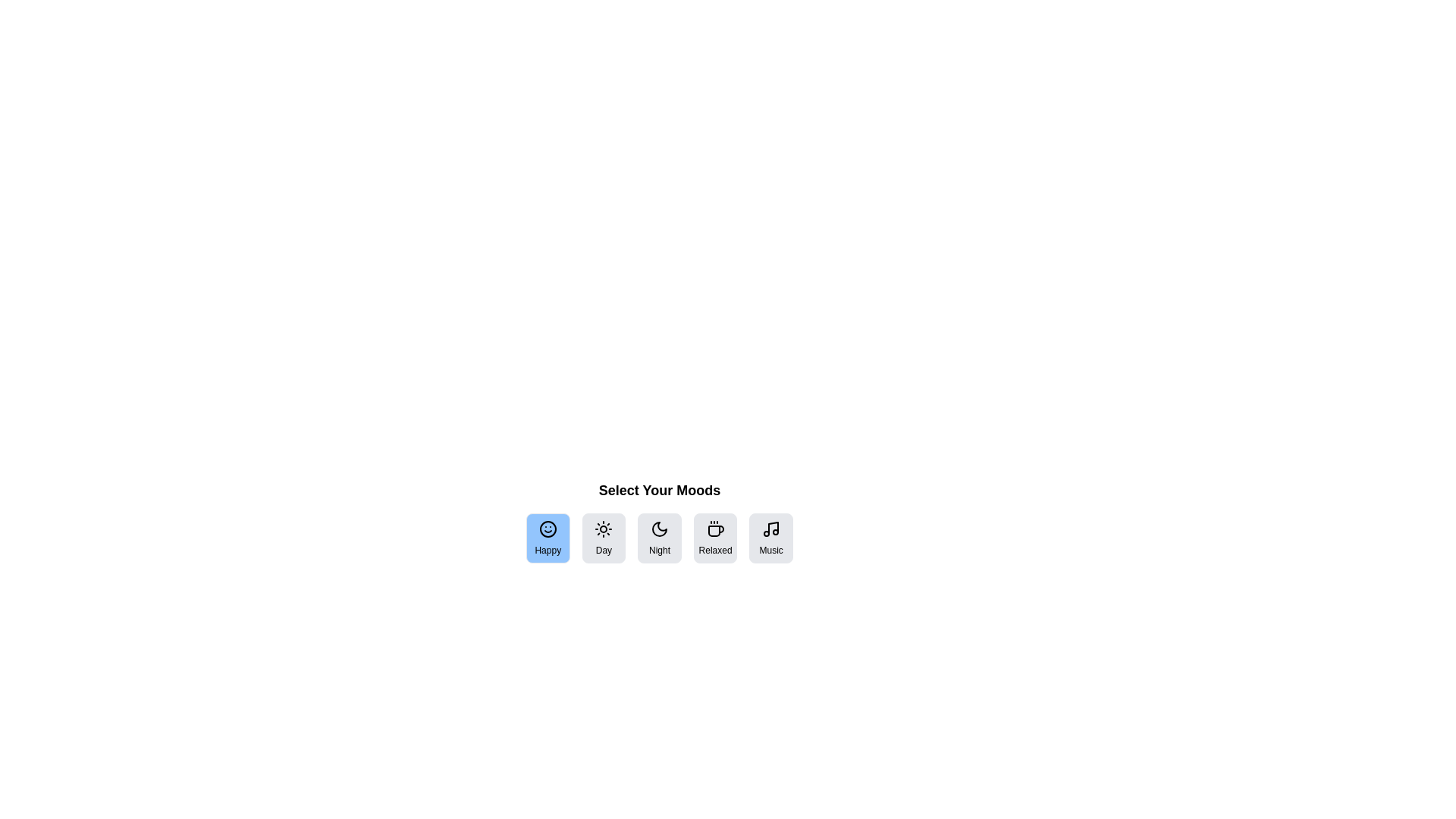 This screenshot has width=1456, height=819. Describe the element at coordinates (603, 537) in the screenshot. I see `the rounded rectangular button labeled 'Day' with a black sun icon to change its background color` at that location.